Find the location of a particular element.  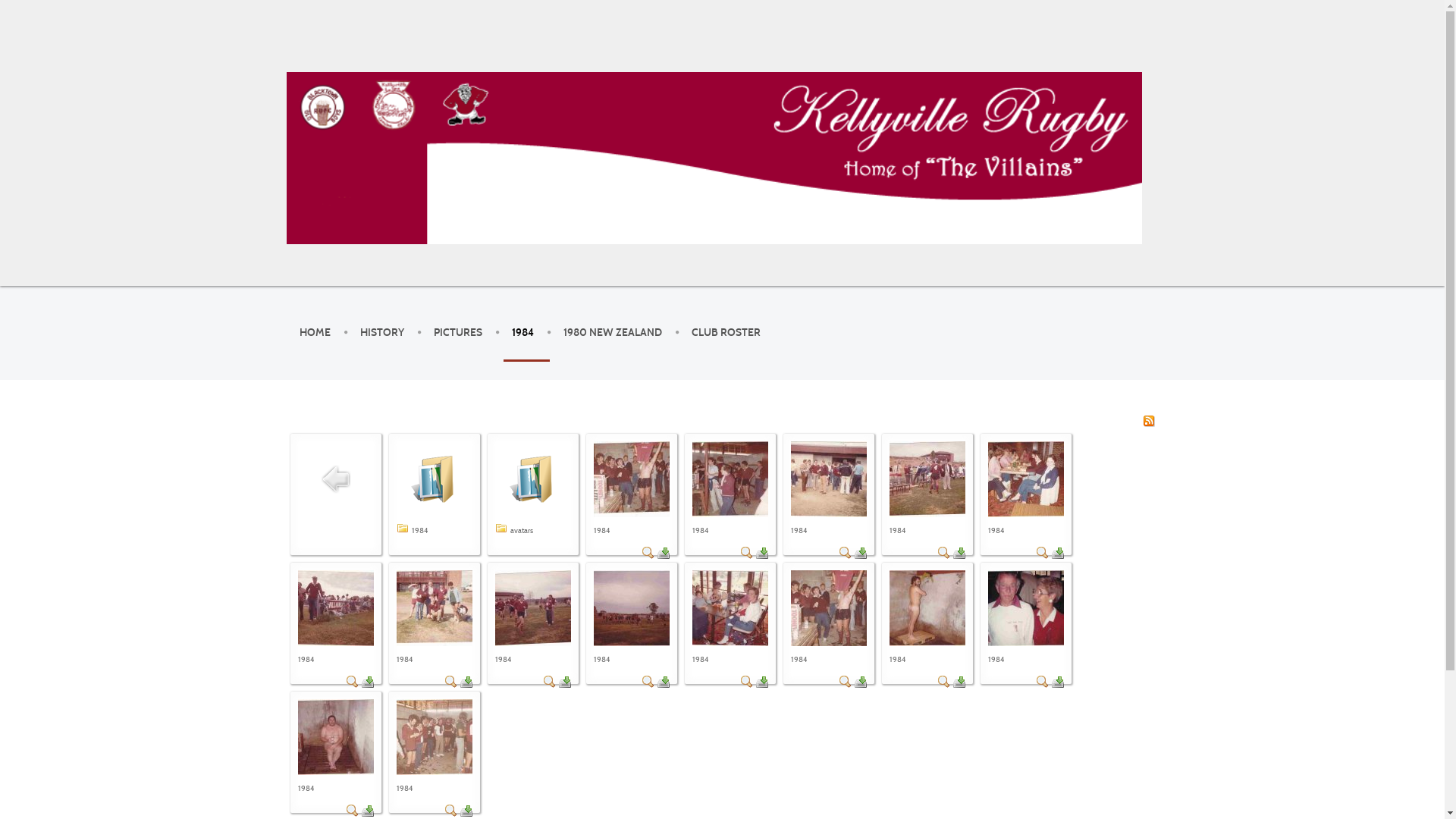

'Detail' is located at coordinates (450, 679).